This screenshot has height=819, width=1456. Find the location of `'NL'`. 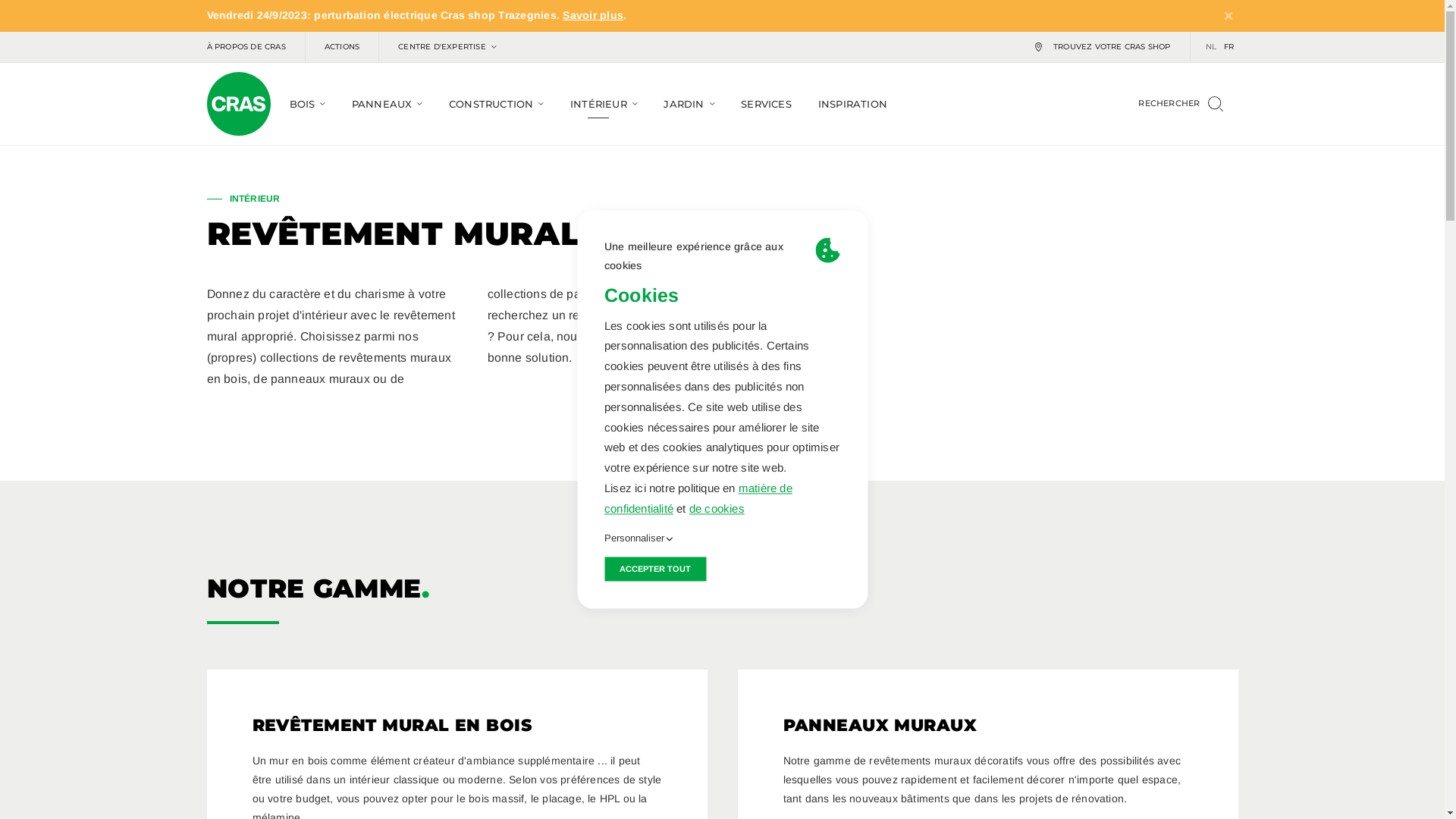

'NL' is located at coordinates (1210, 45).